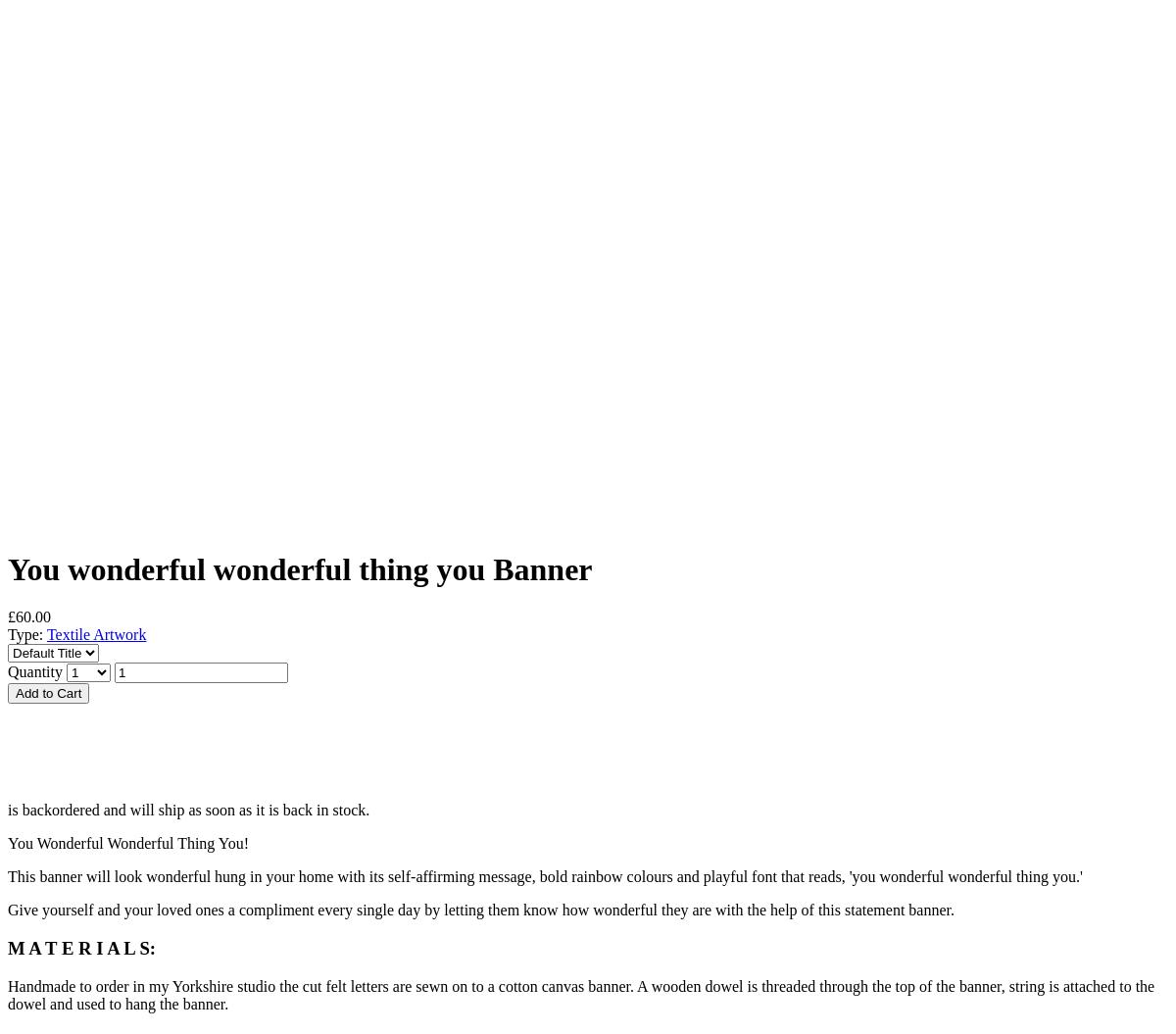 The height and width of the screenshot is (1034, 1176). Describe the element at coordinates (479, 909) in the screenshot. I see `'Give yourself and your loved ones a compliment every single day by letting them know how wonderful they are with the help of this statement banner.'` at that location.